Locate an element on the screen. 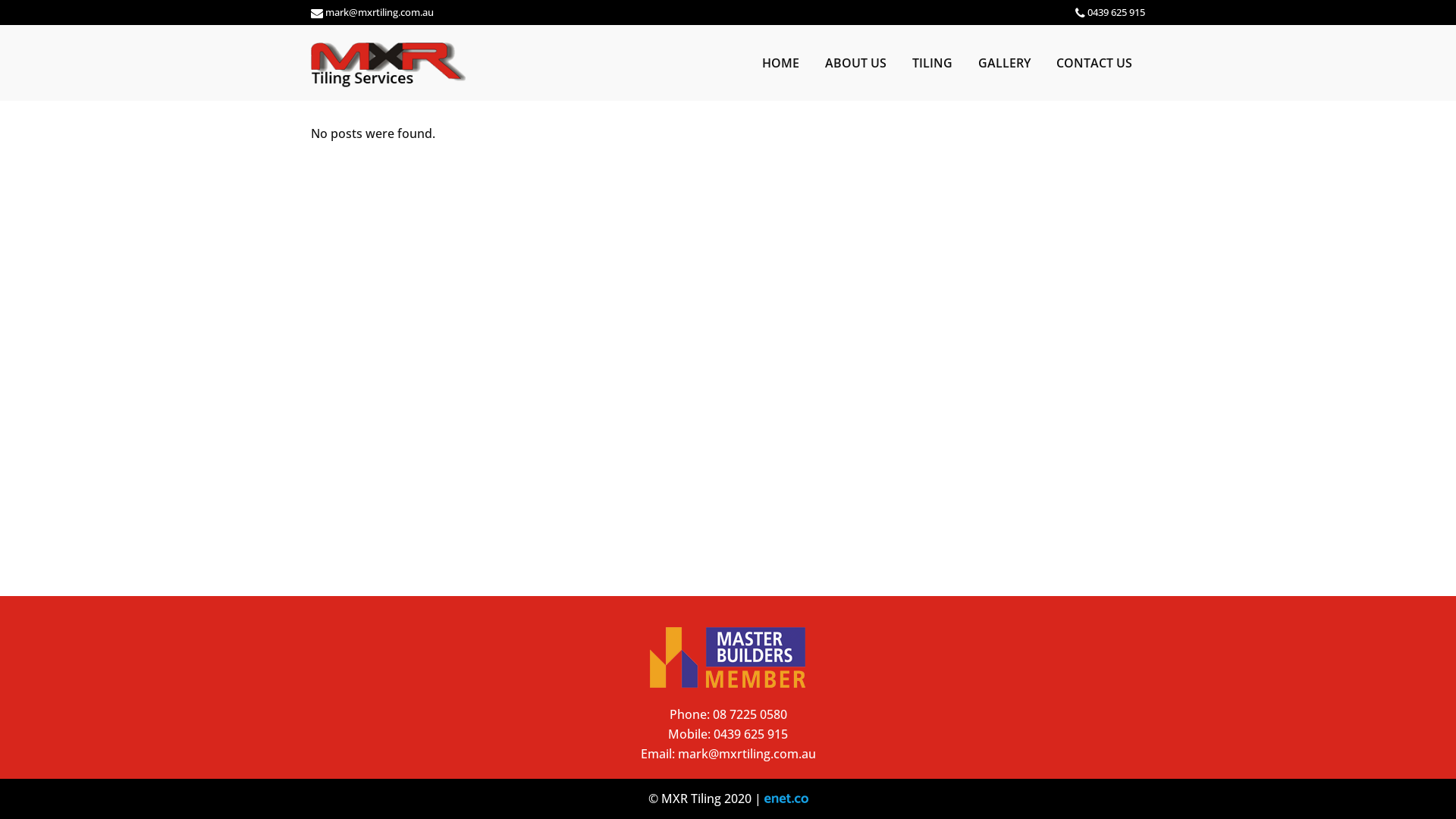 Image resolution: width=1456 pixels, height=819 pixels. 'GALLERY' is located at coordinates (964, 62).